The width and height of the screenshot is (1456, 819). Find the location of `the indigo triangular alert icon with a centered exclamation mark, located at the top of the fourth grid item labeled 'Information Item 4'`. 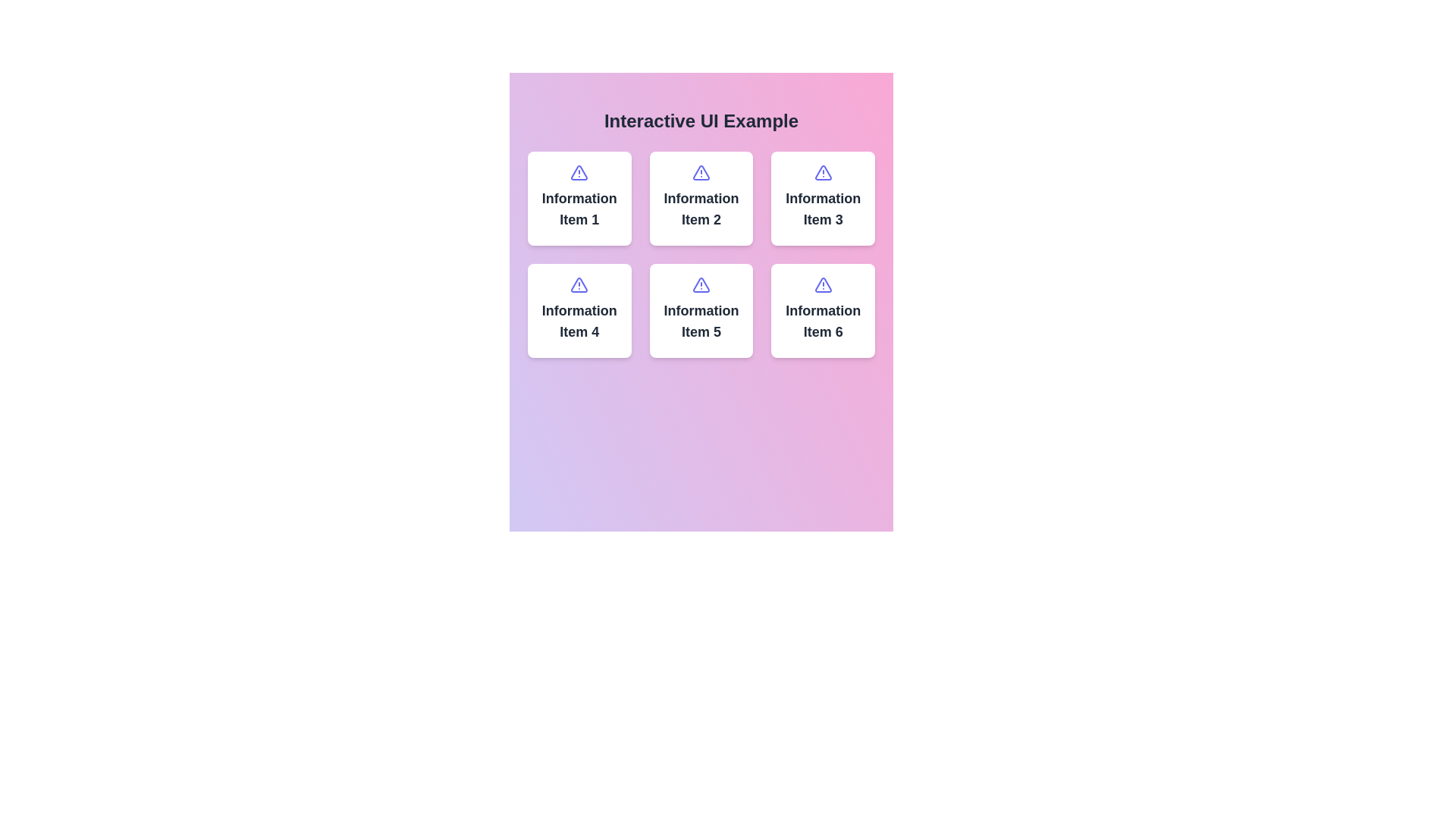

the indigo triangular alert icon with a centered exclamation mark, located at the top of the fourth grid item labeled 'Information Item 4' is located at coordinates (579, 284).